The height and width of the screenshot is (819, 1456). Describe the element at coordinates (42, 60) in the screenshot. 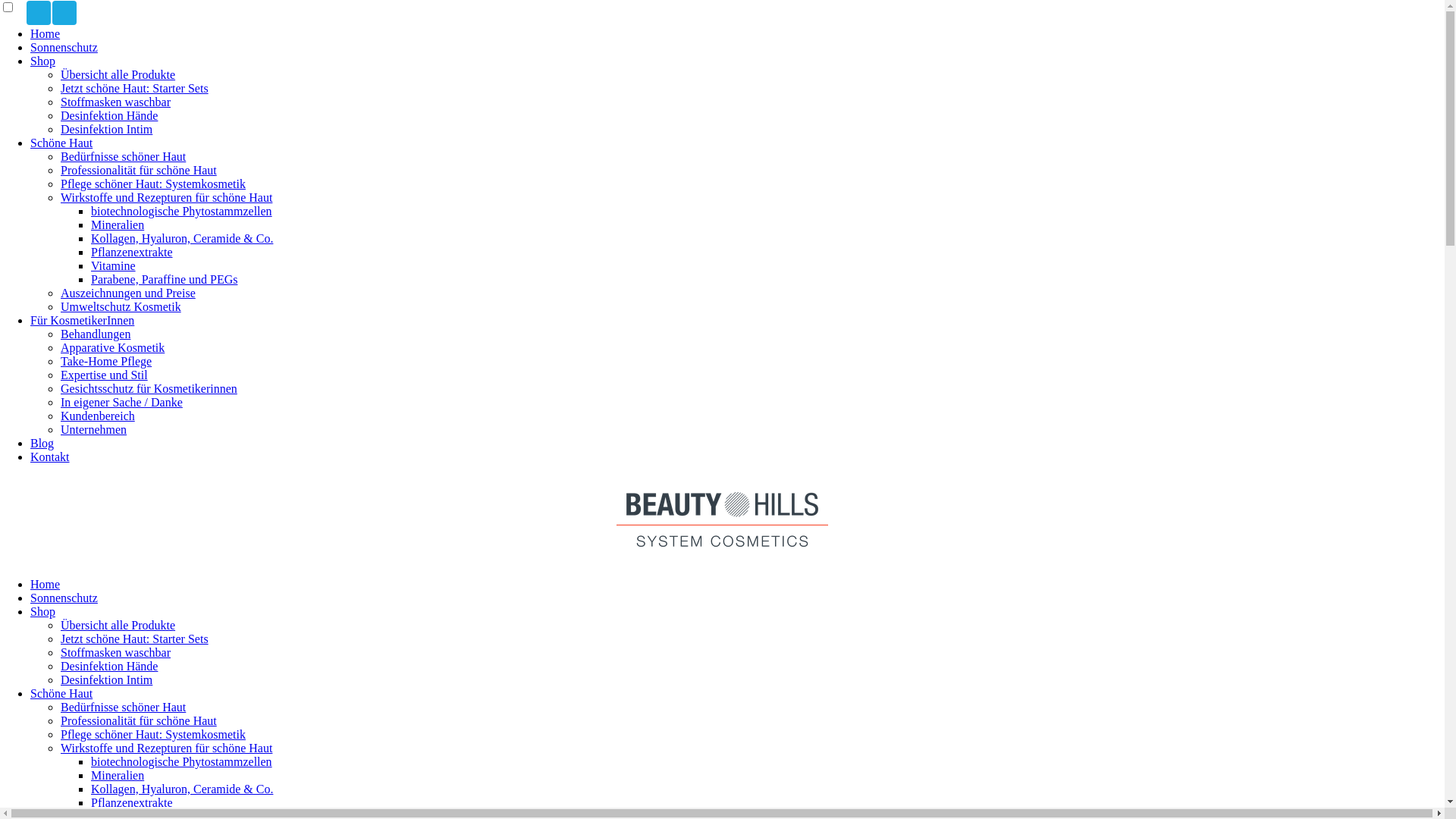

I see `'Shop'` at that location.